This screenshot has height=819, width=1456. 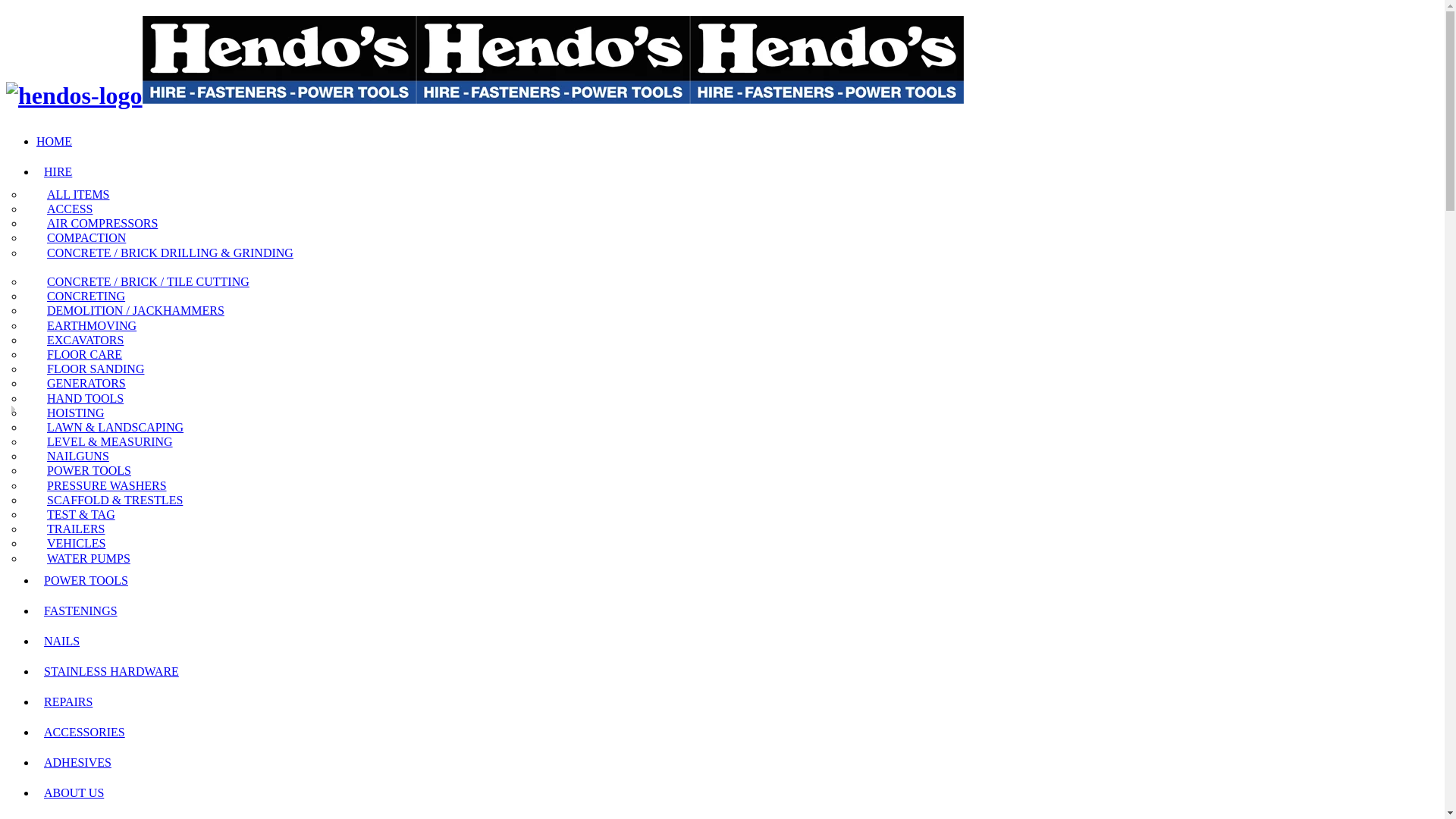 What do you see at coordinates (24, 193) in the screenshot?
I see `'ALL ITEMS'` at bounding box center [24, 193].